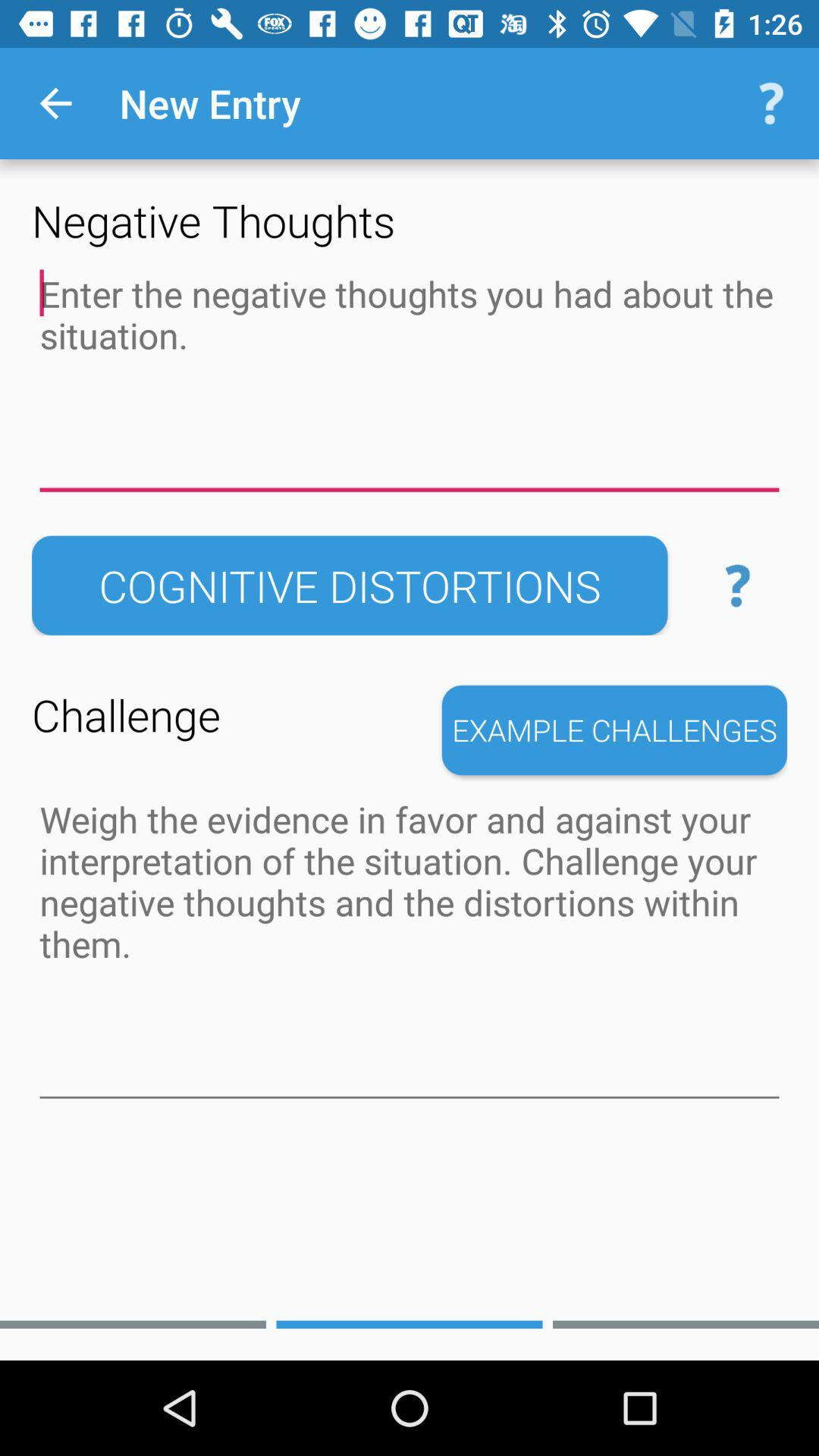  Describe the element at coordinates (736, 585) in the screenshot. I see `icon to the right of cognitive distortions icon` at that location.